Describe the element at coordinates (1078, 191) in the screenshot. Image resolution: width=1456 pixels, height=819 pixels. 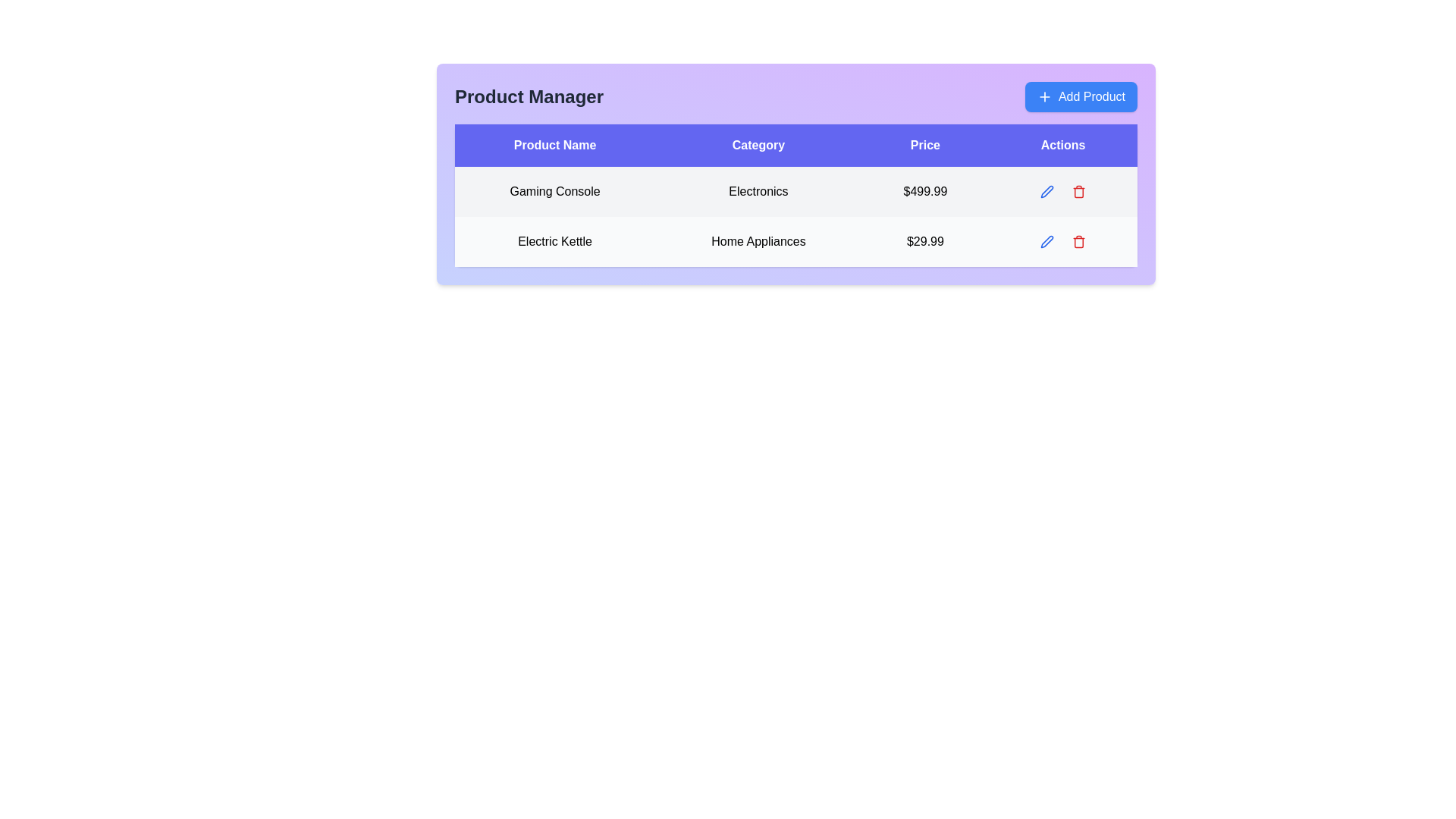
I see `the delete icon in the Actions column for the Gaming Console entry` at that location.